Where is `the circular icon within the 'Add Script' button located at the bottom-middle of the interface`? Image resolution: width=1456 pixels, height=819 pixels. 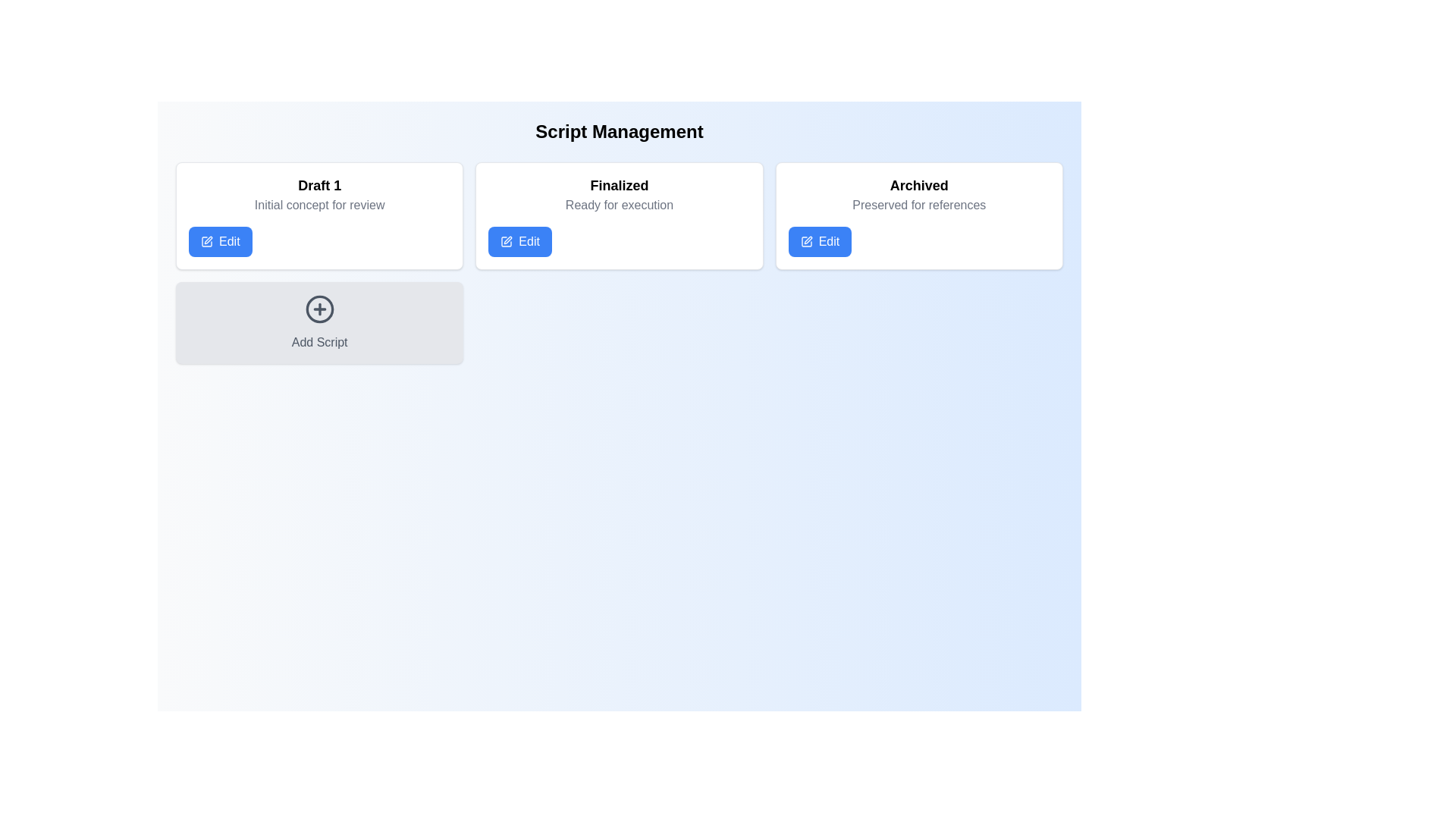 the circular icon within the 'Add Script' button located at the bottom-middle of the interface is located at coordinates (318, 309).